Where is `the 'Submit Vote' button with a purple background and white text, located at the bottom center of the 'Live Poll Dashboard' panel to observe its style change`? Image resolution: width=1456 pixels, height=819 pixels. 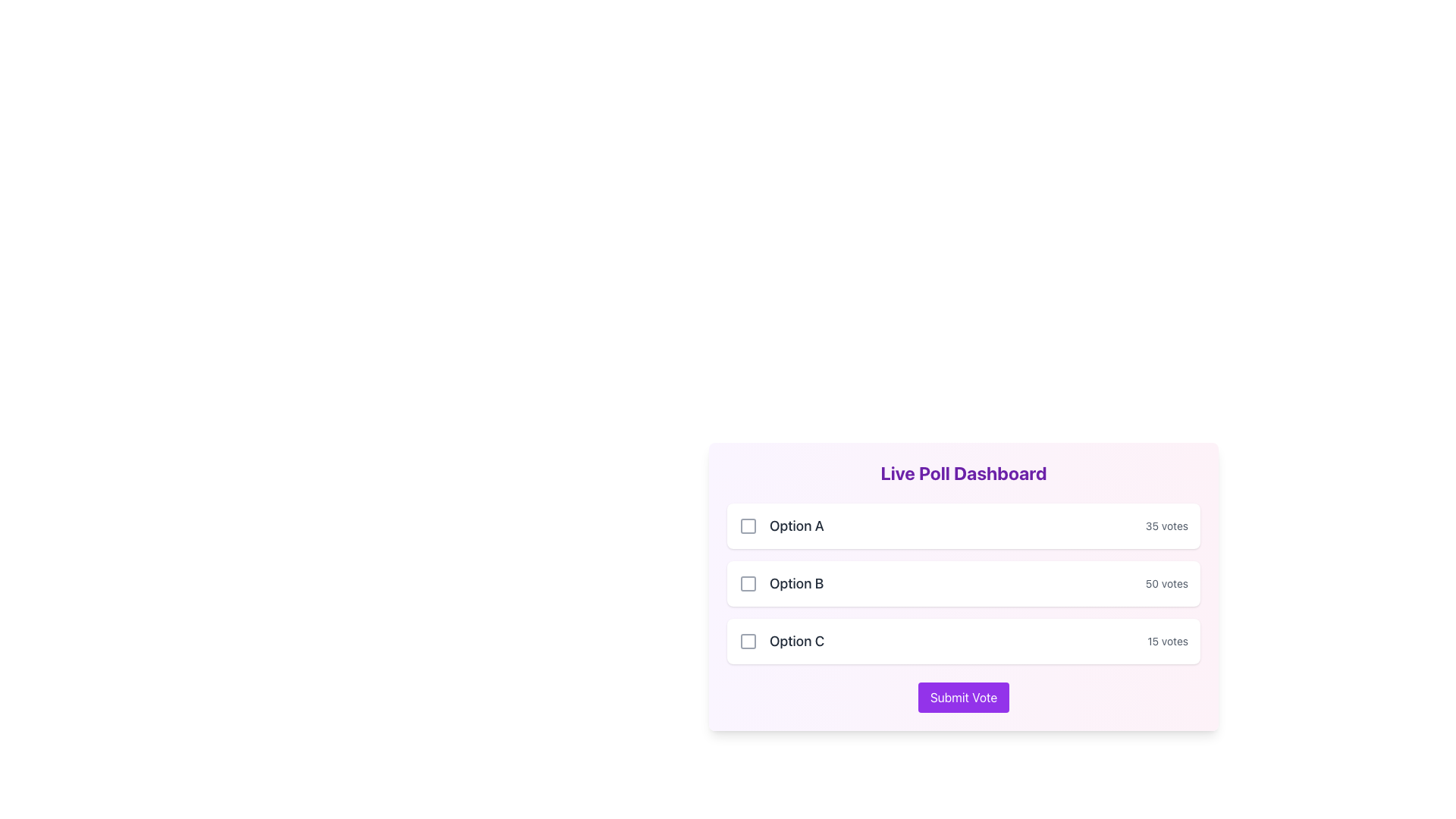
the 'Submit Vote' button with a purple background and white text, located at the bottom center of the 'Live Poll Dashboard' panel to observe its style change is located at coordinates (963, 698).